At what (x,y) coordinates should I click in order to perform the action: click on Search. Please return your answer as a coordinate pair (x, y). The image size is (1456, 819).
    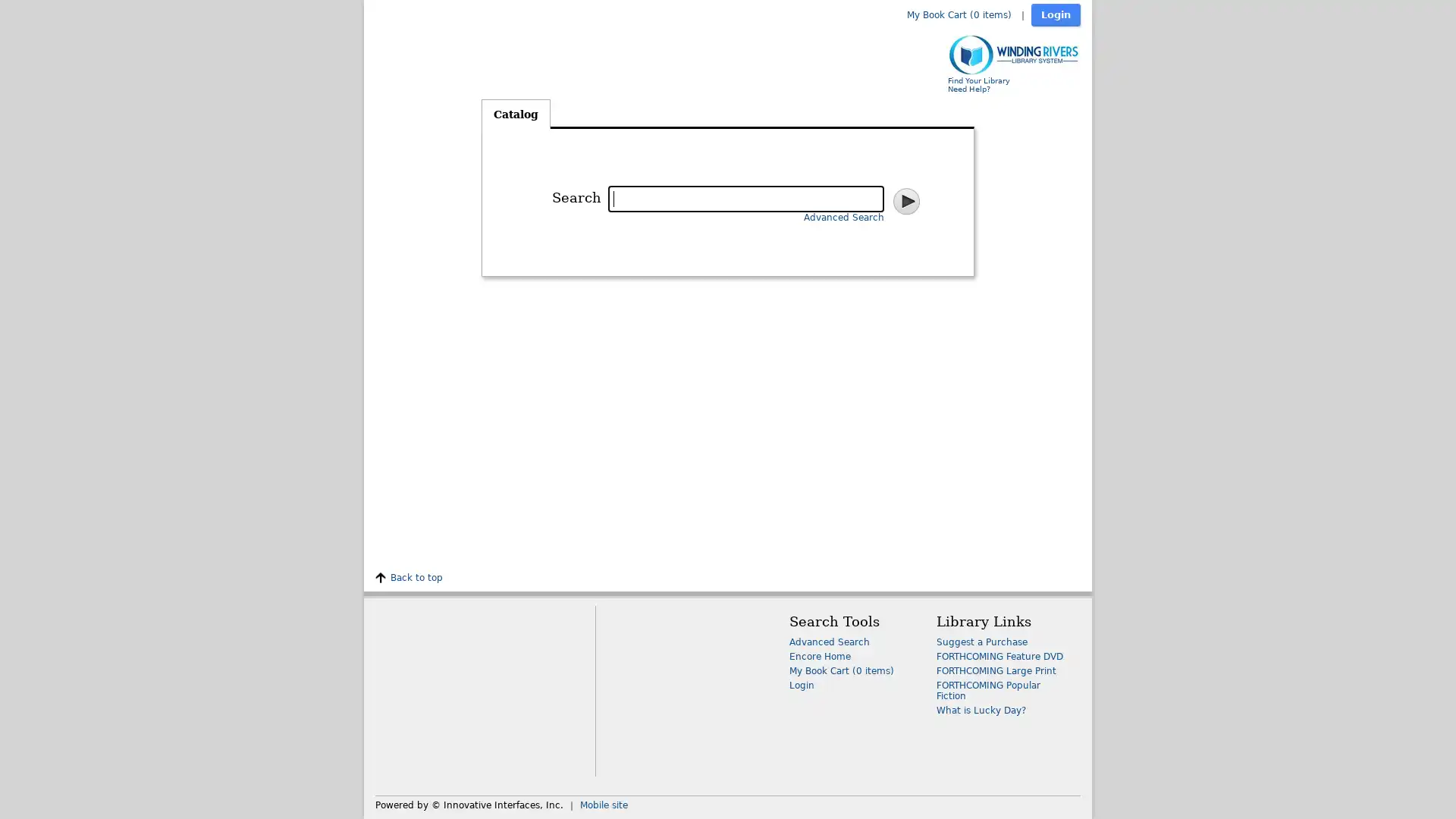
    Looking at the image, I should click on (905, 200).